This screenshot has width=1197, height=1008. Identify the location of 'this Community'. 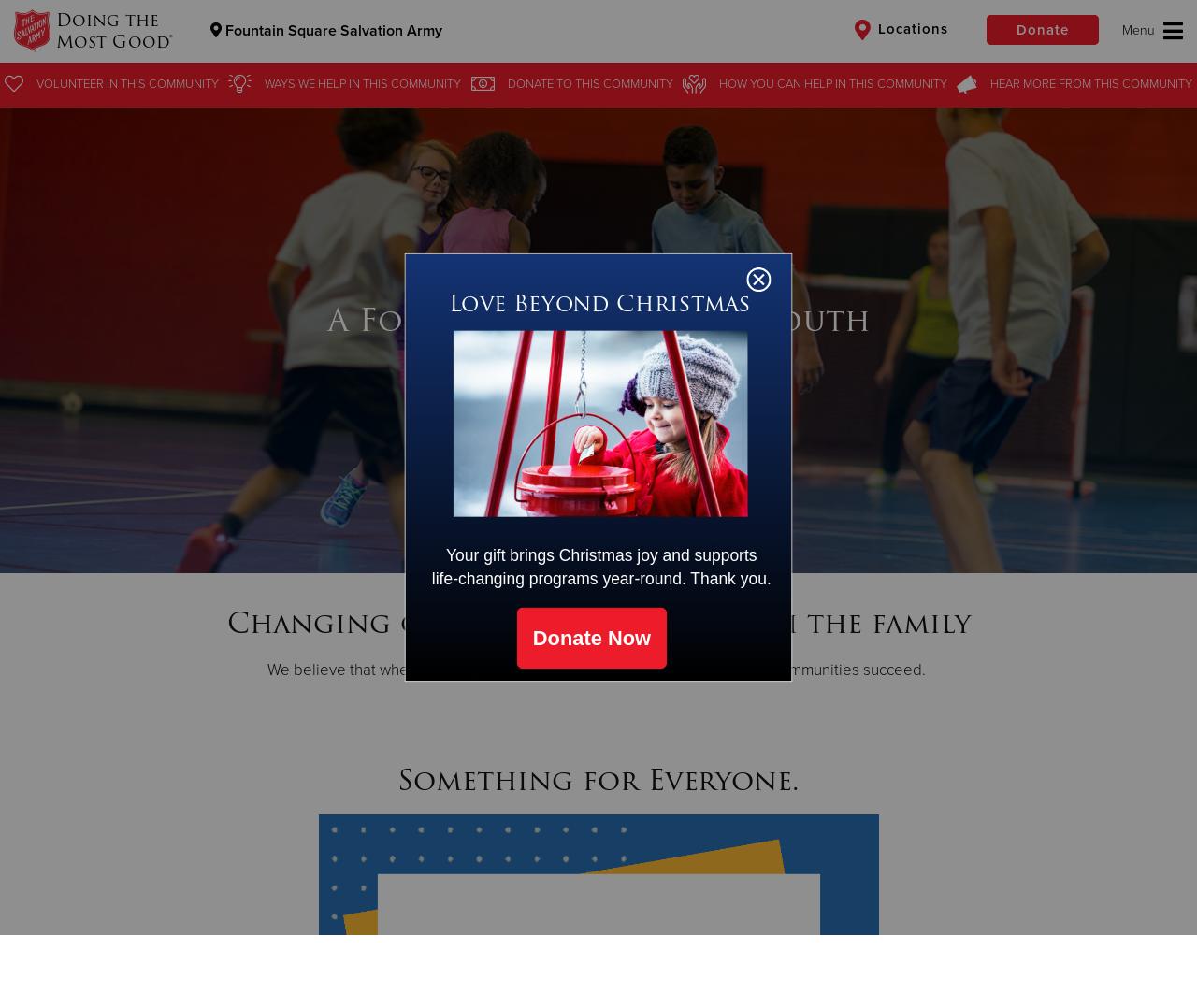
(1141, 83).